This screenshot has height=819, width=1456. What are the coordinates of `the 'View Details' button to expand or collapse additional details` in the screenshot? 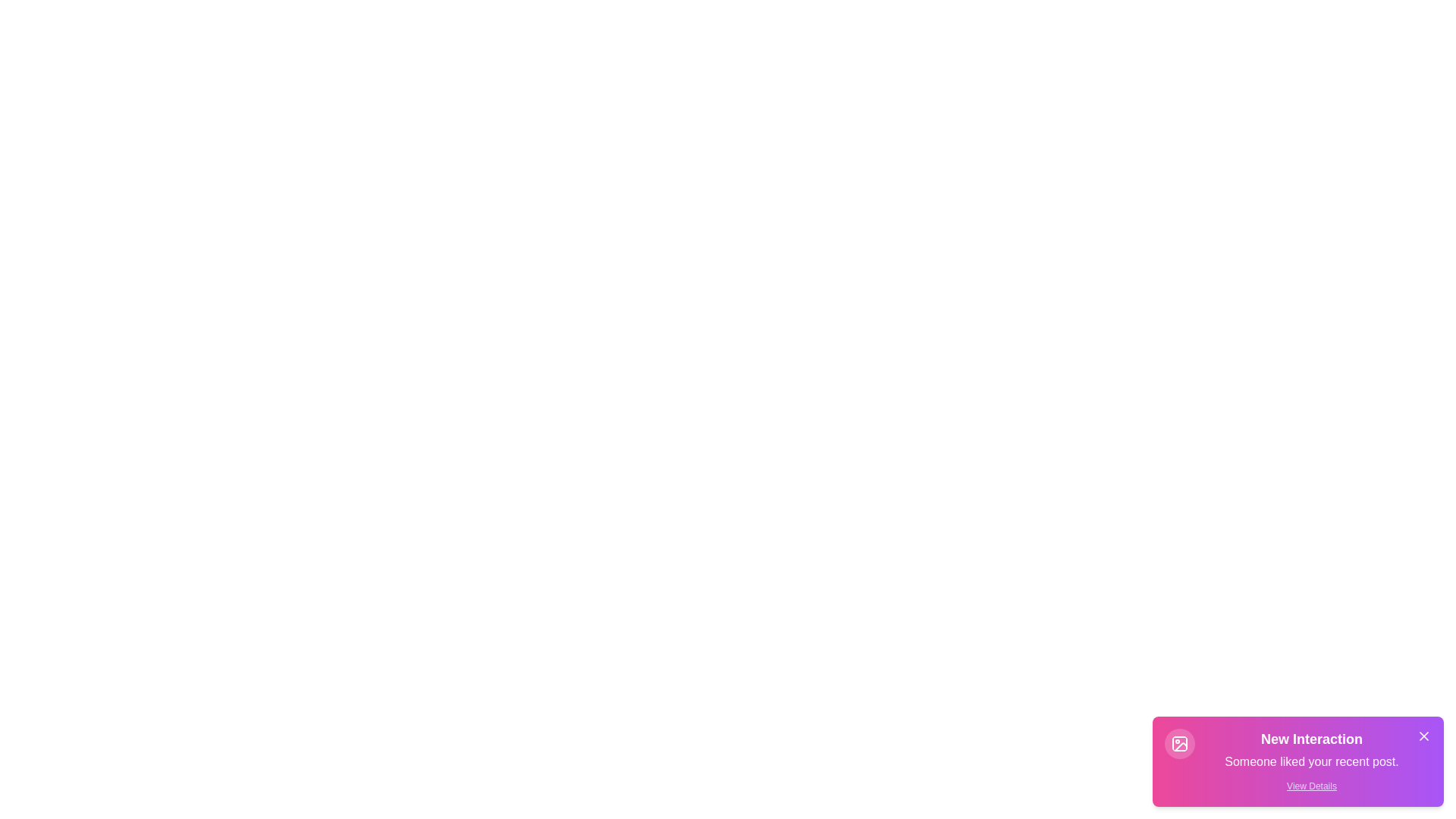 It's located at (1310, 786).